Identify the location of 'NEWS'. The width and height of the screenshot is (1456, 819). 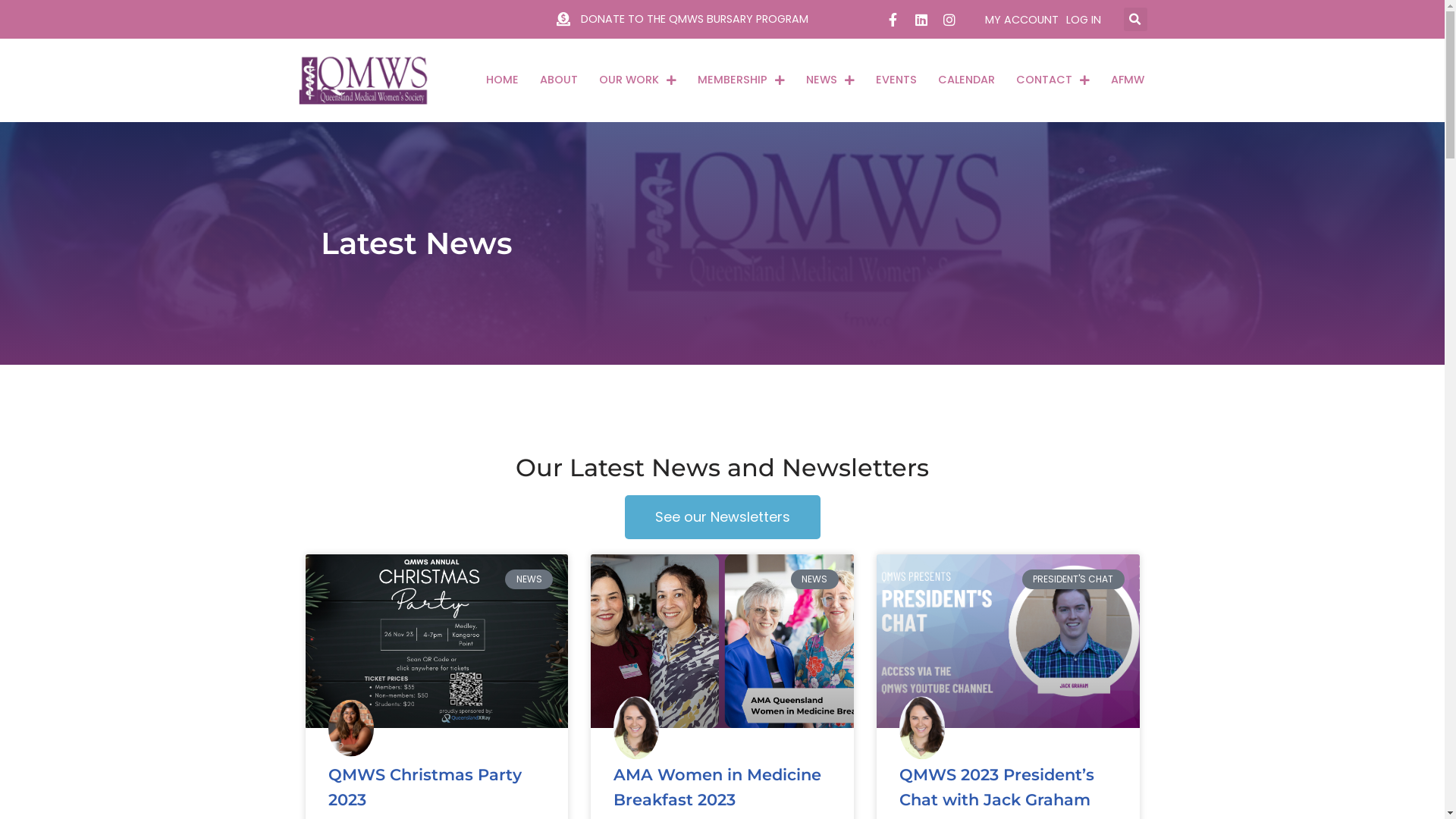
(829, 80).